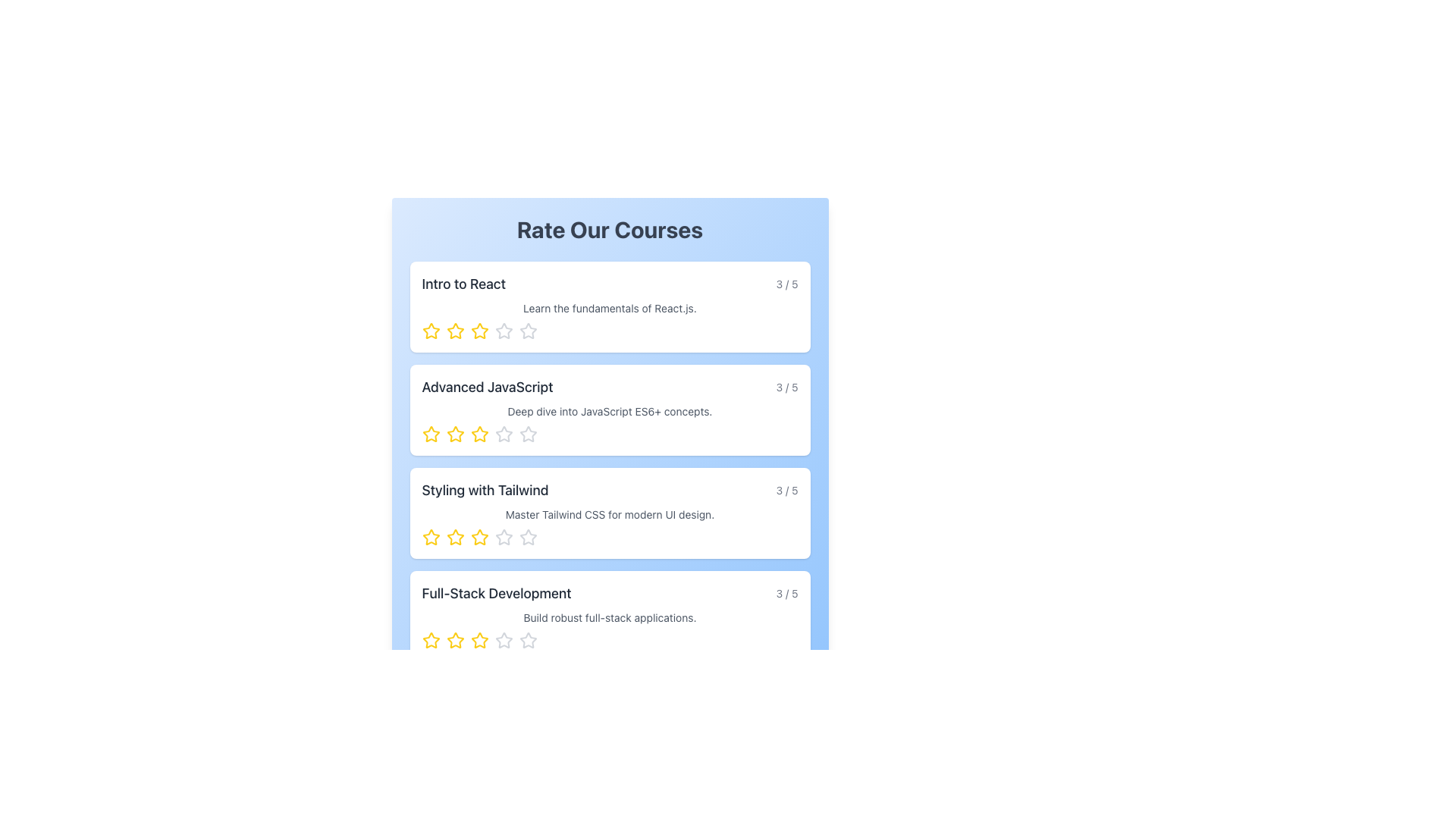  What do you see at coordinates (610, 513) in the screenshot?
I see `text label 'Master Tailwind CSS for modern UI design.' located beneath the title 'Styling with Tailwind' in the course information card` at bounding box center [610, 513].